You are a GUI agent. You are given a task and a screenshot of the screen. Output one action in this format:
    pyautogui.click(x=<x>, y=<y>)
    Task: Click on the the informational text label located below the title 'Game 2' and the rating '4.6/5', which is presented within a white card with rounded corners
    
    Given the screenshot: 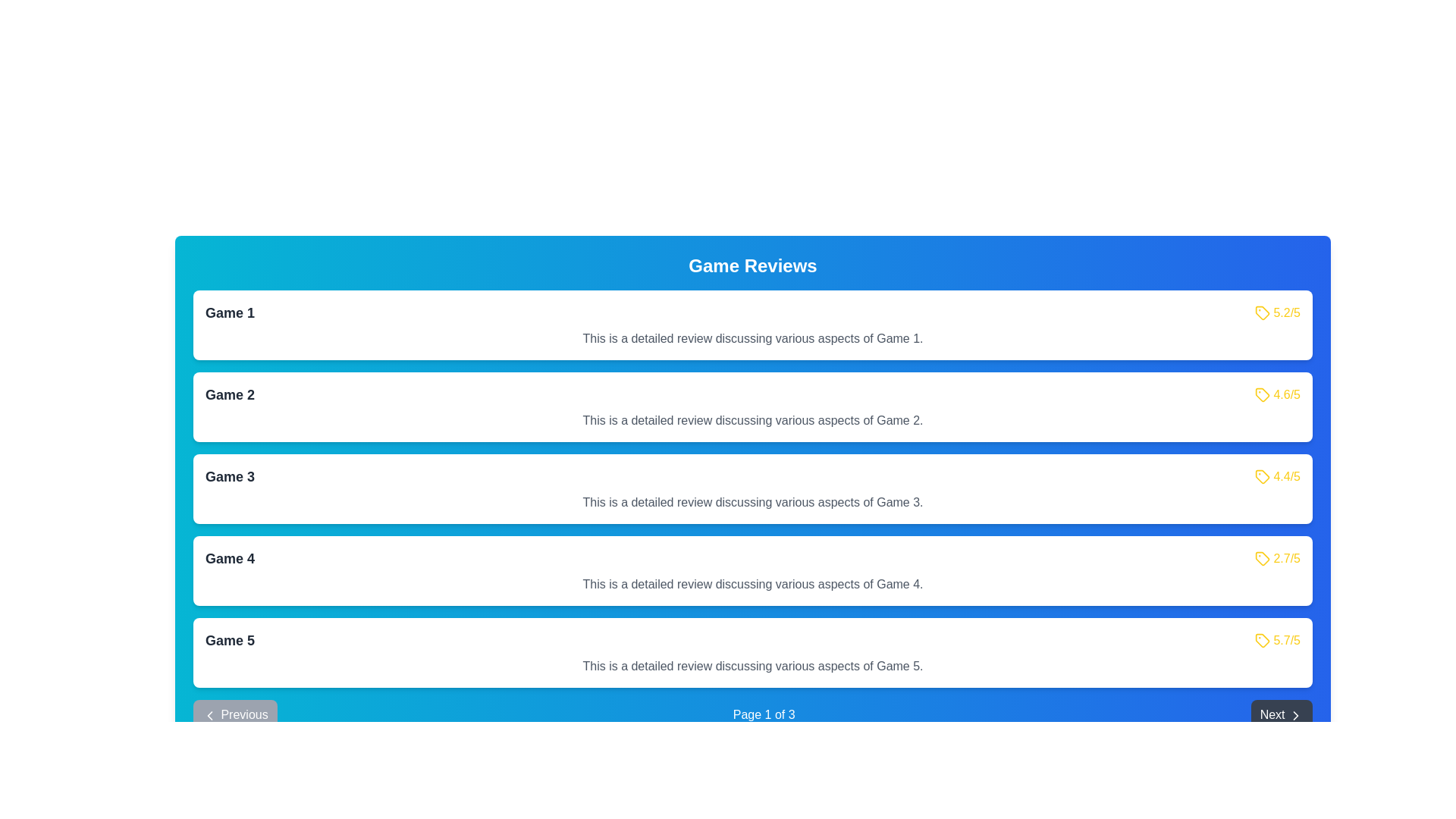 What is the action you would take?
    pyautogui.click(x=753, y=421)
    